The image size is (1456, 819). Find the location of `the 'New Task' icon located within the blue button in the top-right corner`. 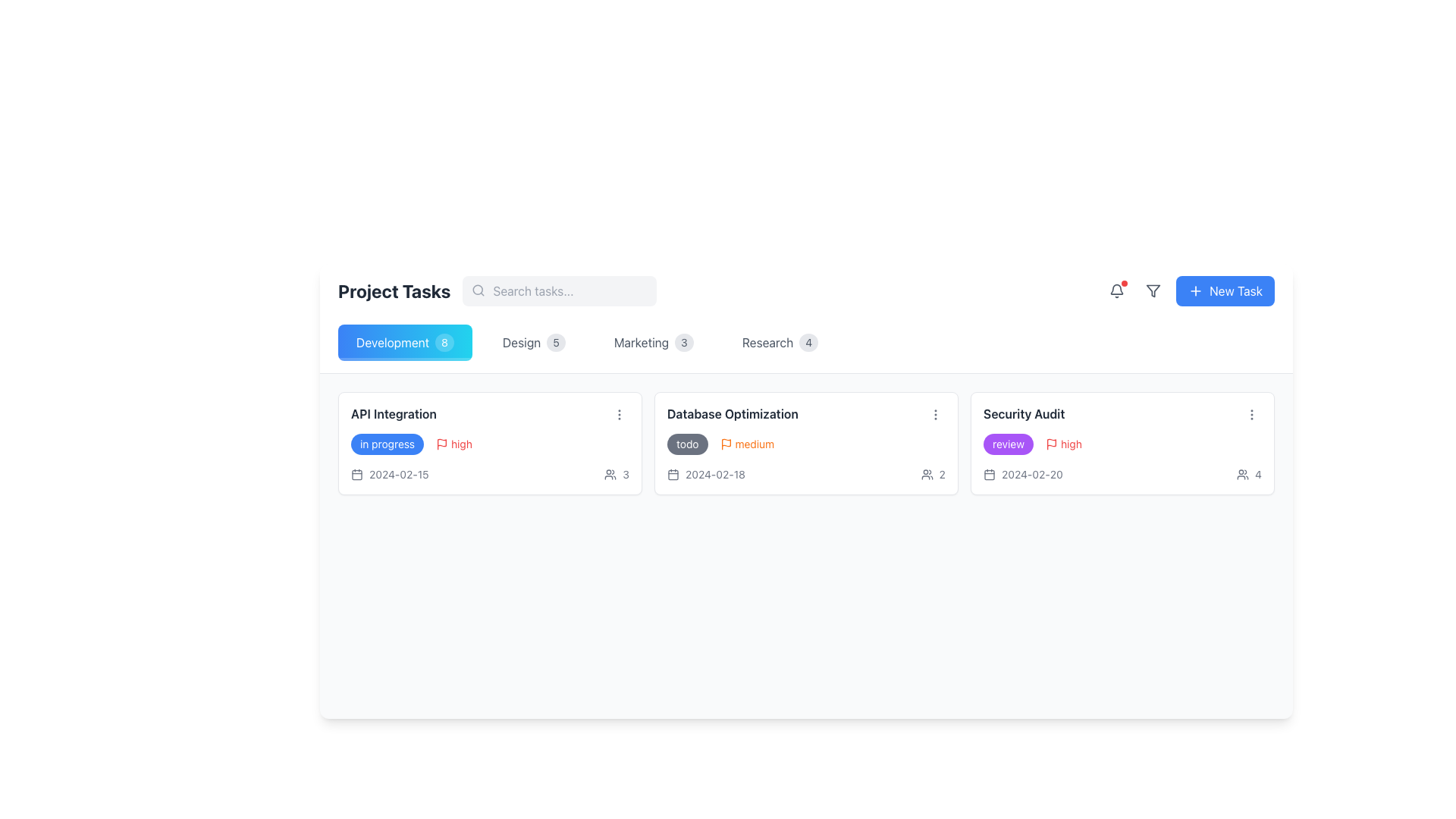

the 'New Task' icon located within the blue button in the top-right corner is located at coordinates (1195, 291).